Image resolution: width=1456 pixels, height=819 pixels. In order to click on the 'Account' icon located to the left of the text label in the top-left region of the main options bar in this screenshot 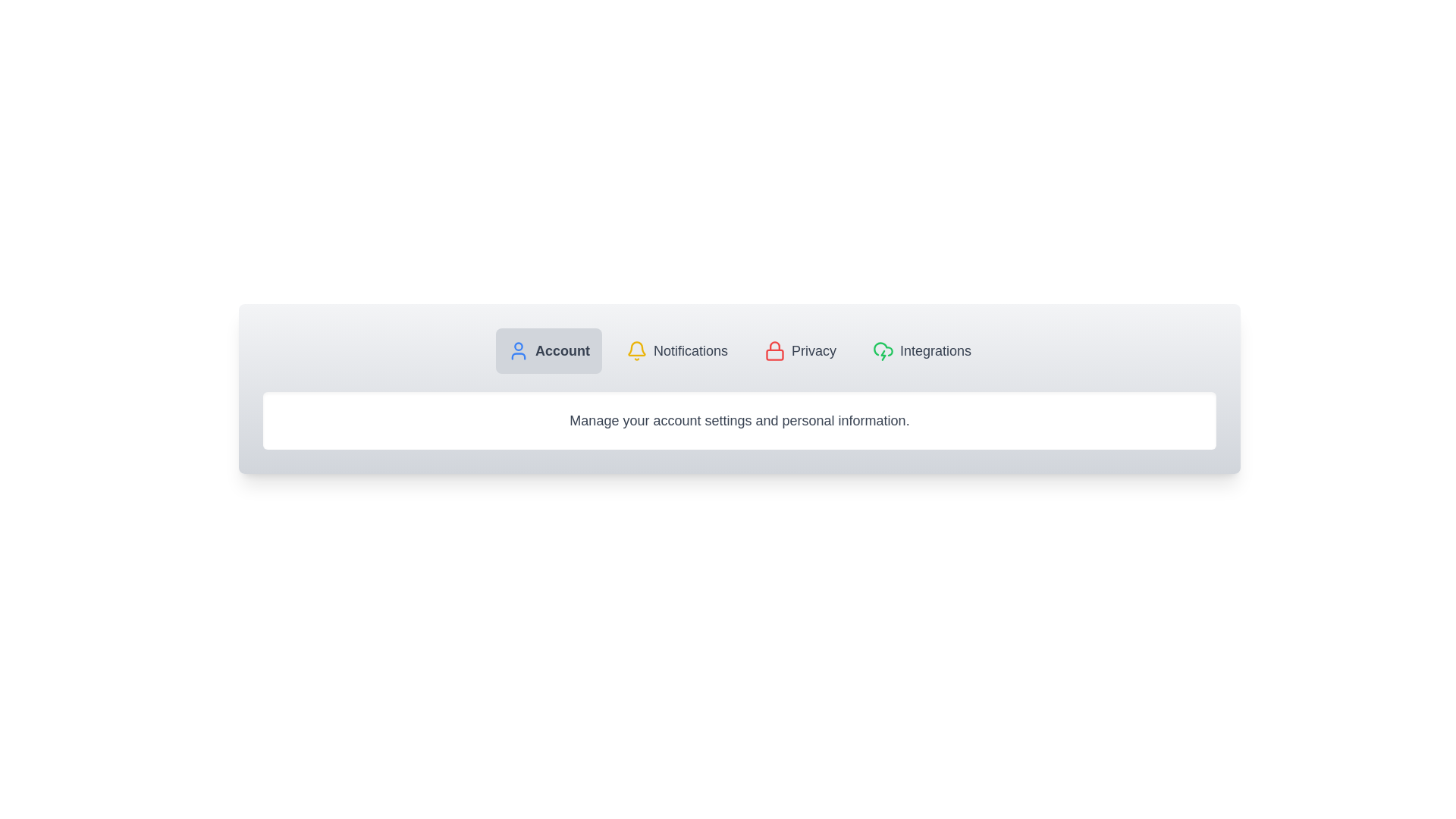, I will do `click(518, 350)`.